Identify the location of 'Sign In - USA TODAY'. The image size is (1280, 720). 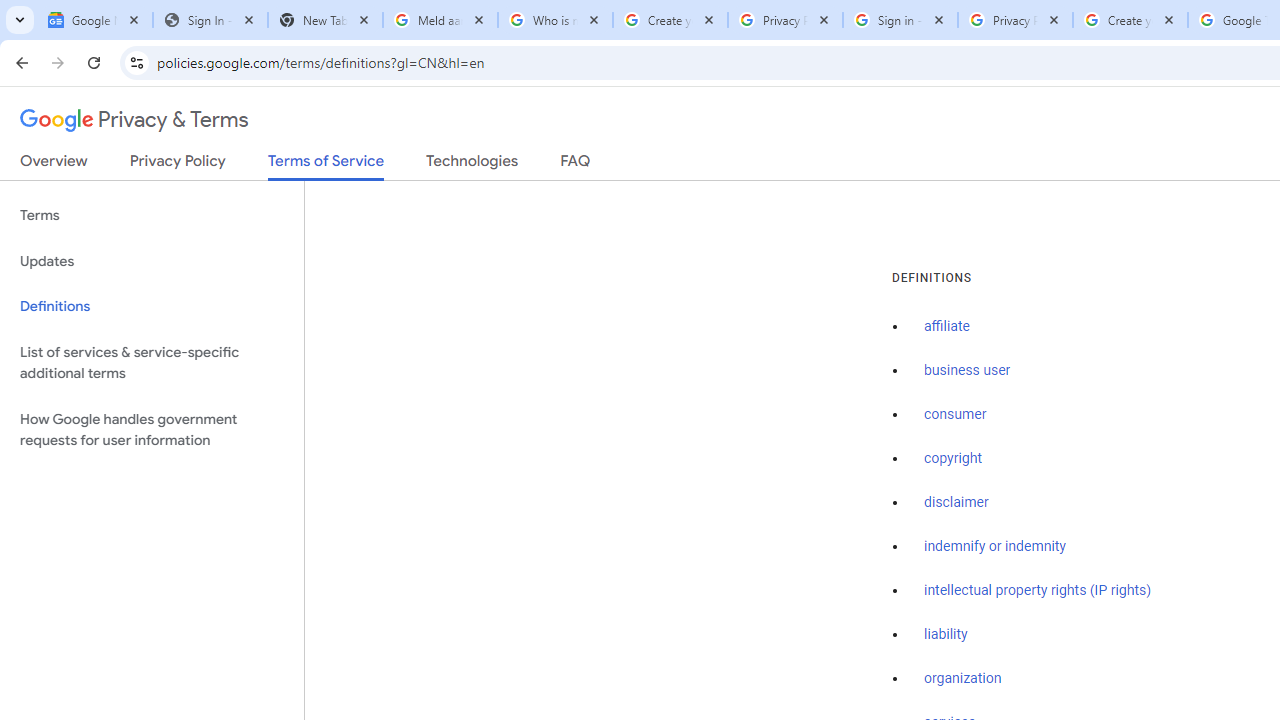
(209, 20).